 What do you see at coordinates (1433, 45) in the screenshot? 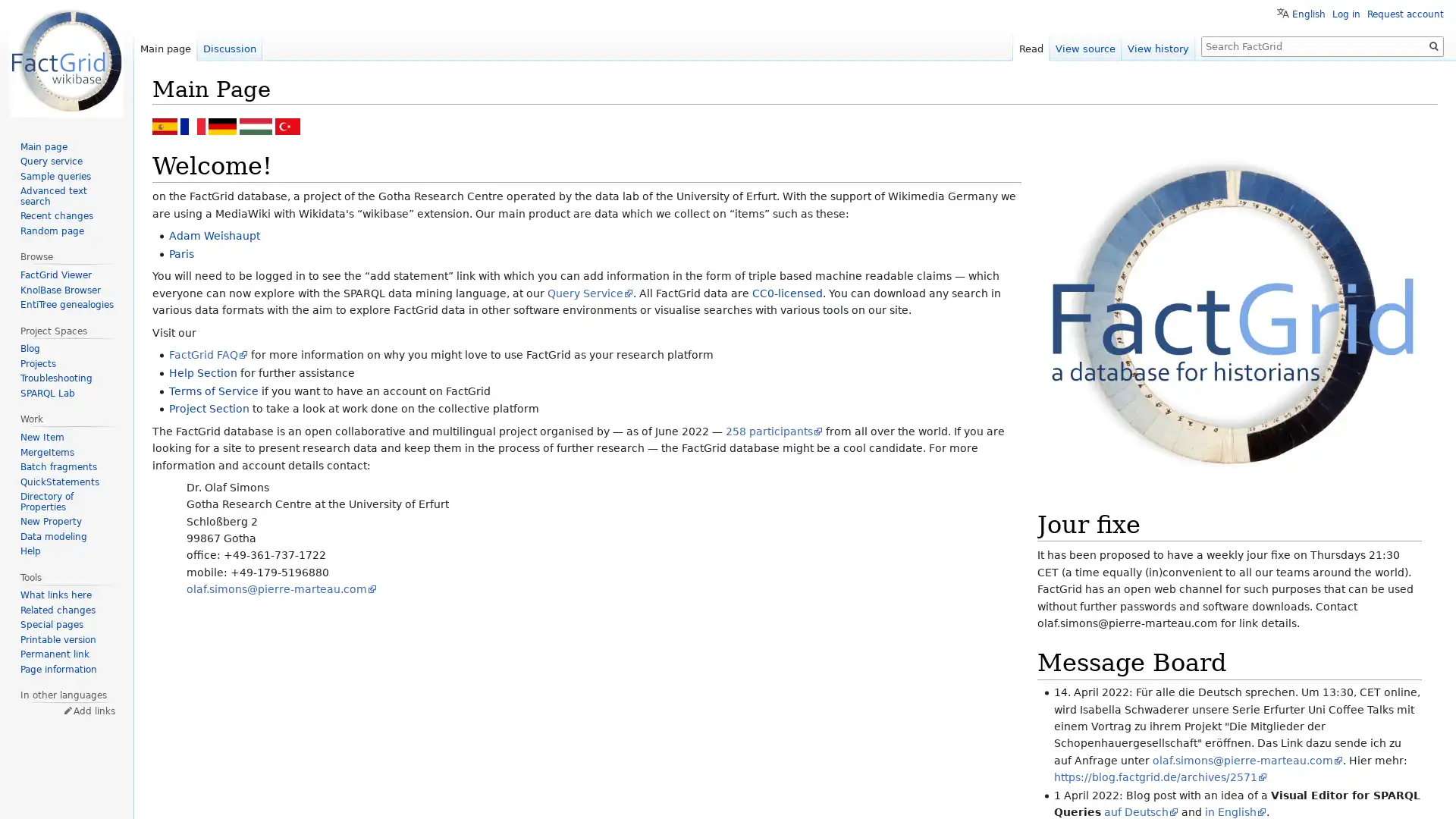
I see `Search` at bounding box center [1433, 45].